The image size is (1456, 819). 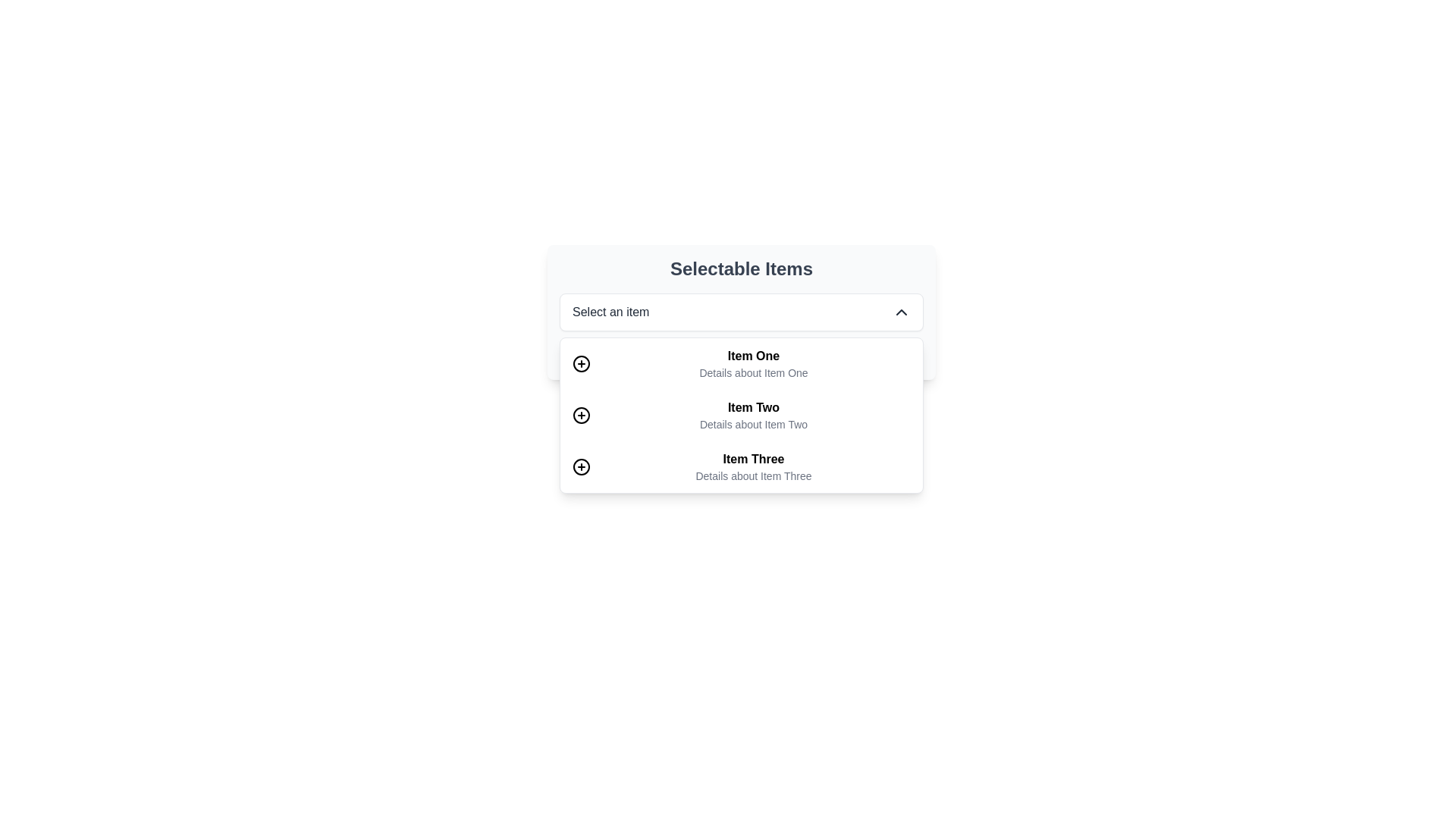 What do you see at coordinates (742, 363) in the screenshot?
I see `the first item` at bounding box center [742, 363].